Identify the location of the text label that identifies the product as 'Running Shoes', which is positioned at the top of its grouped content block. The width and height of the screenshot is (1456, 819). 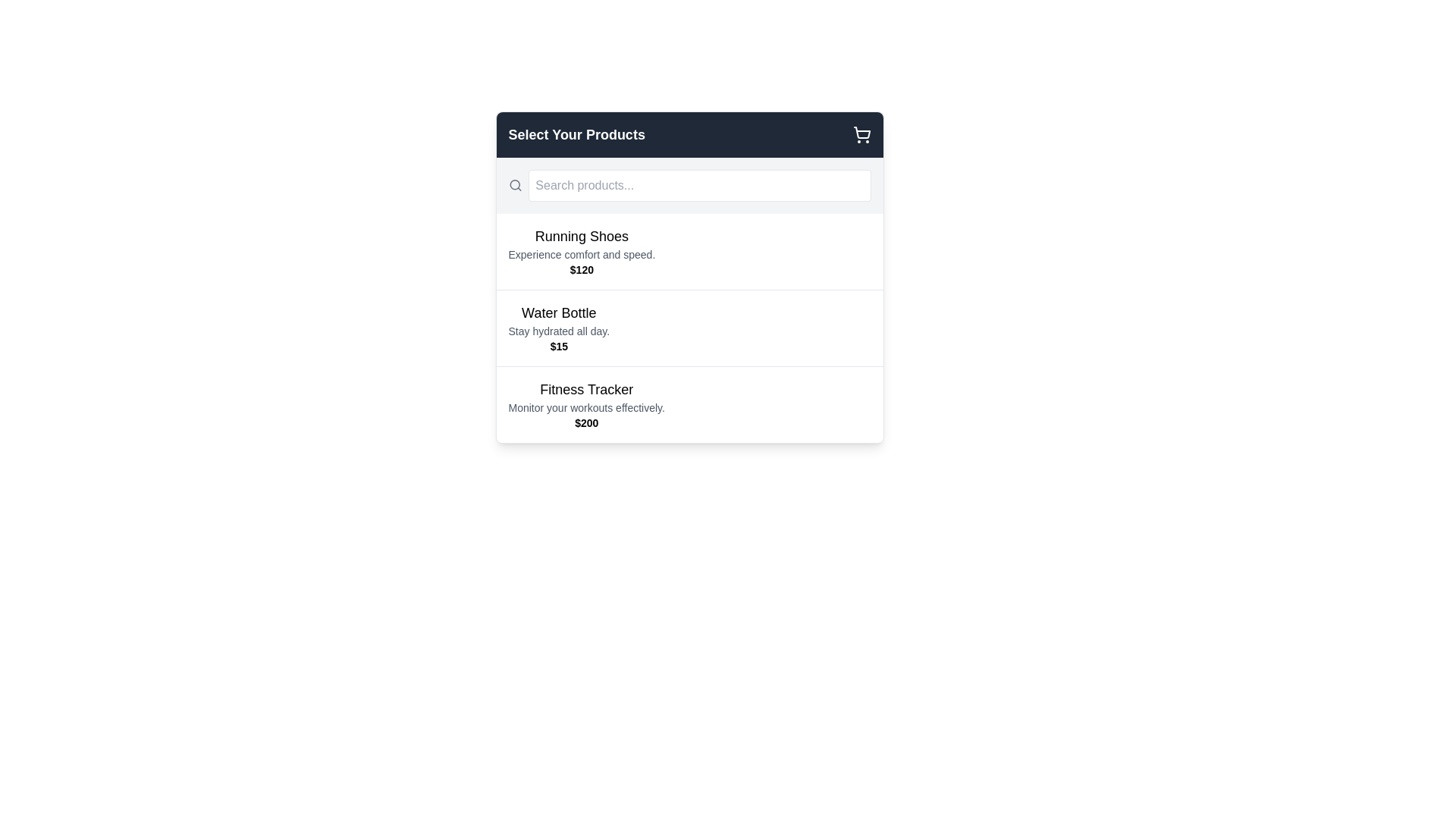
(581, 237).